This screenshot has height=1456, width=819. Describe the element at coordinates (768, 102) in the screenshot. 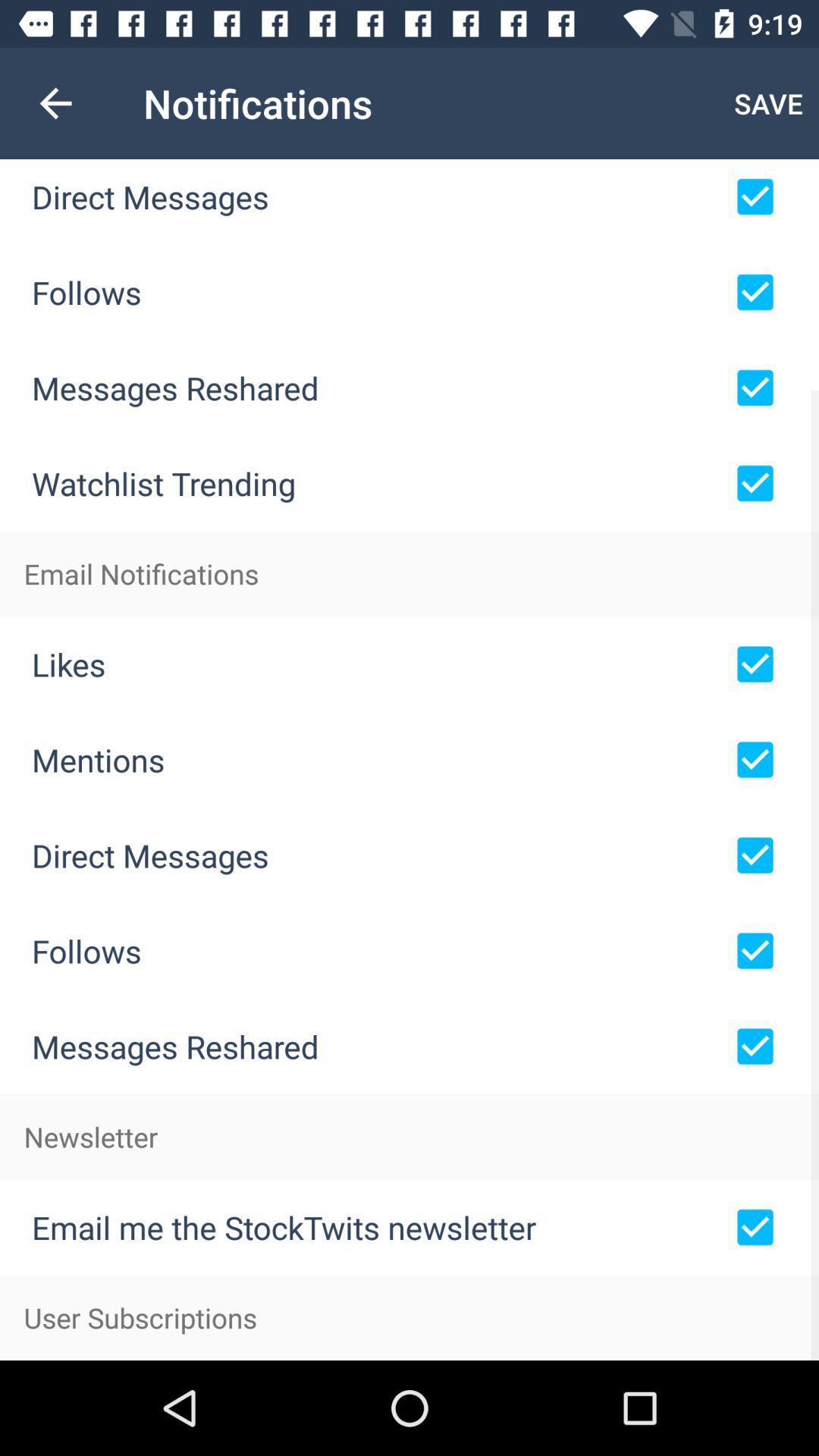

I see `the item to the right of notifications` at that location.